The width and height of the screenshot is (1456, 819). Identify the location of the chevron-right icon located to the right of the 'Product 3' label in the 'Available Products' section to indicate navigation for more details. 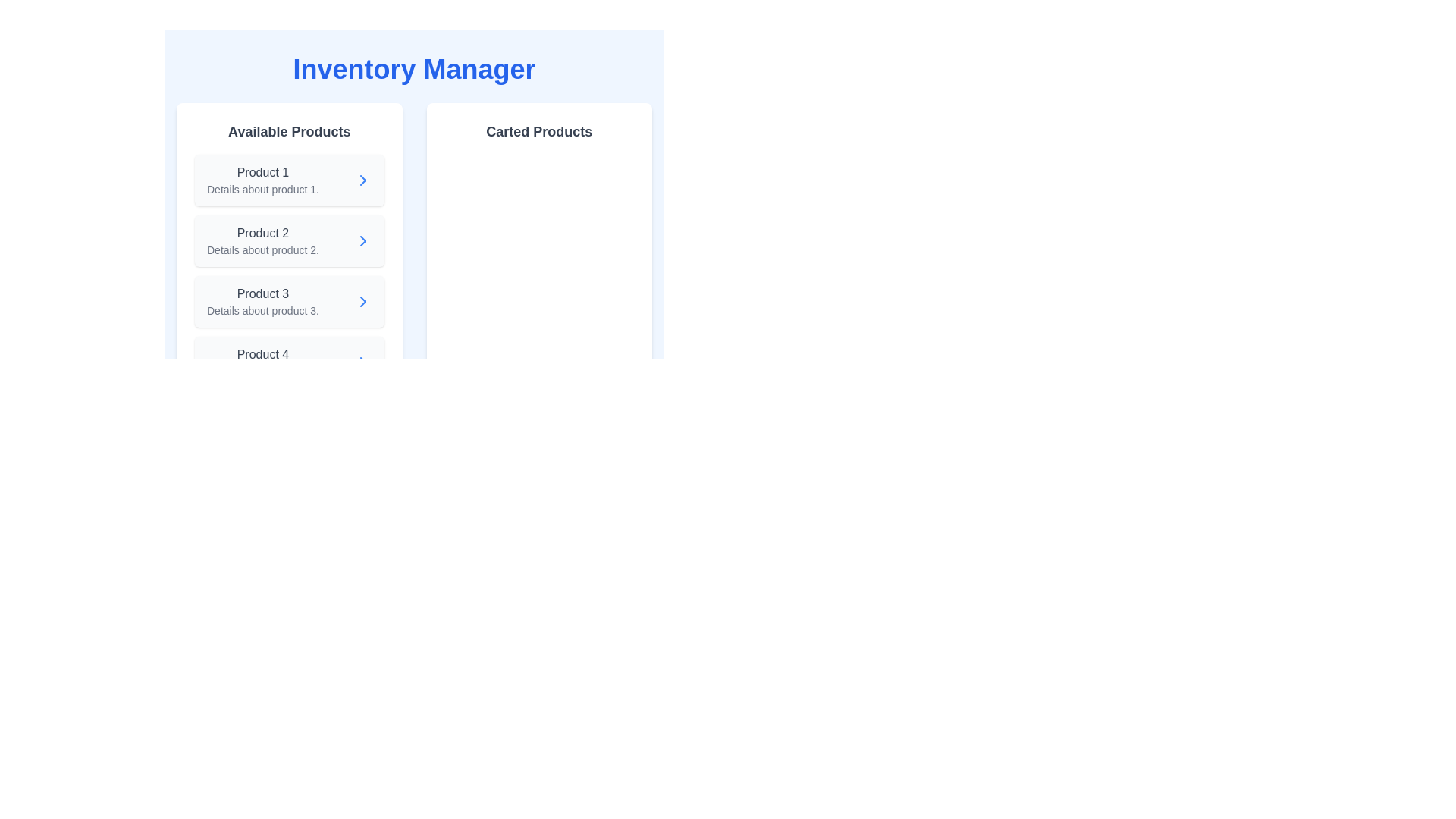
(362, 301).